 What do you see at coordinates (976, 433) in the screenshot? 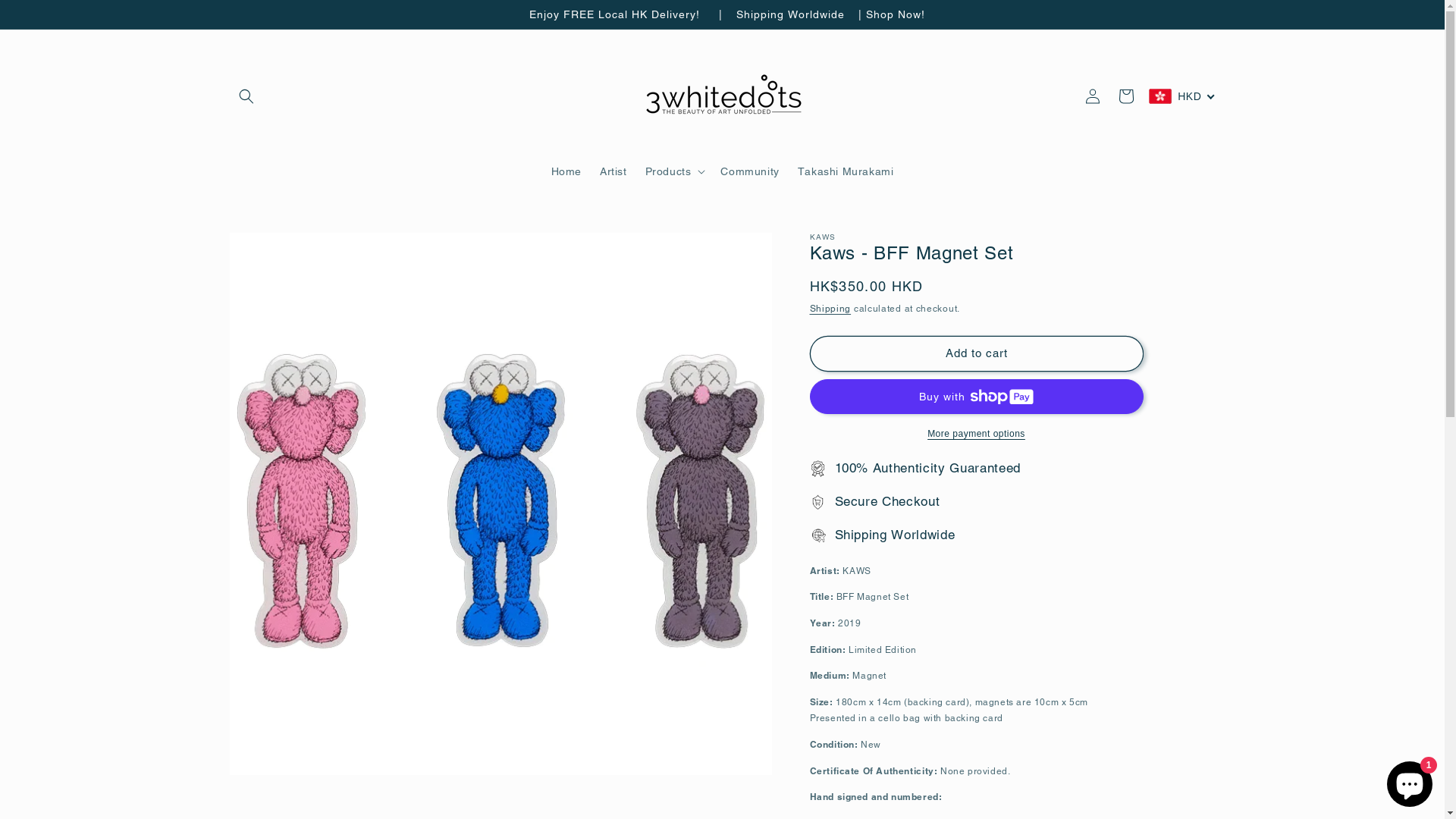
I see `'More payment options'` at bounding box center [976, 433].